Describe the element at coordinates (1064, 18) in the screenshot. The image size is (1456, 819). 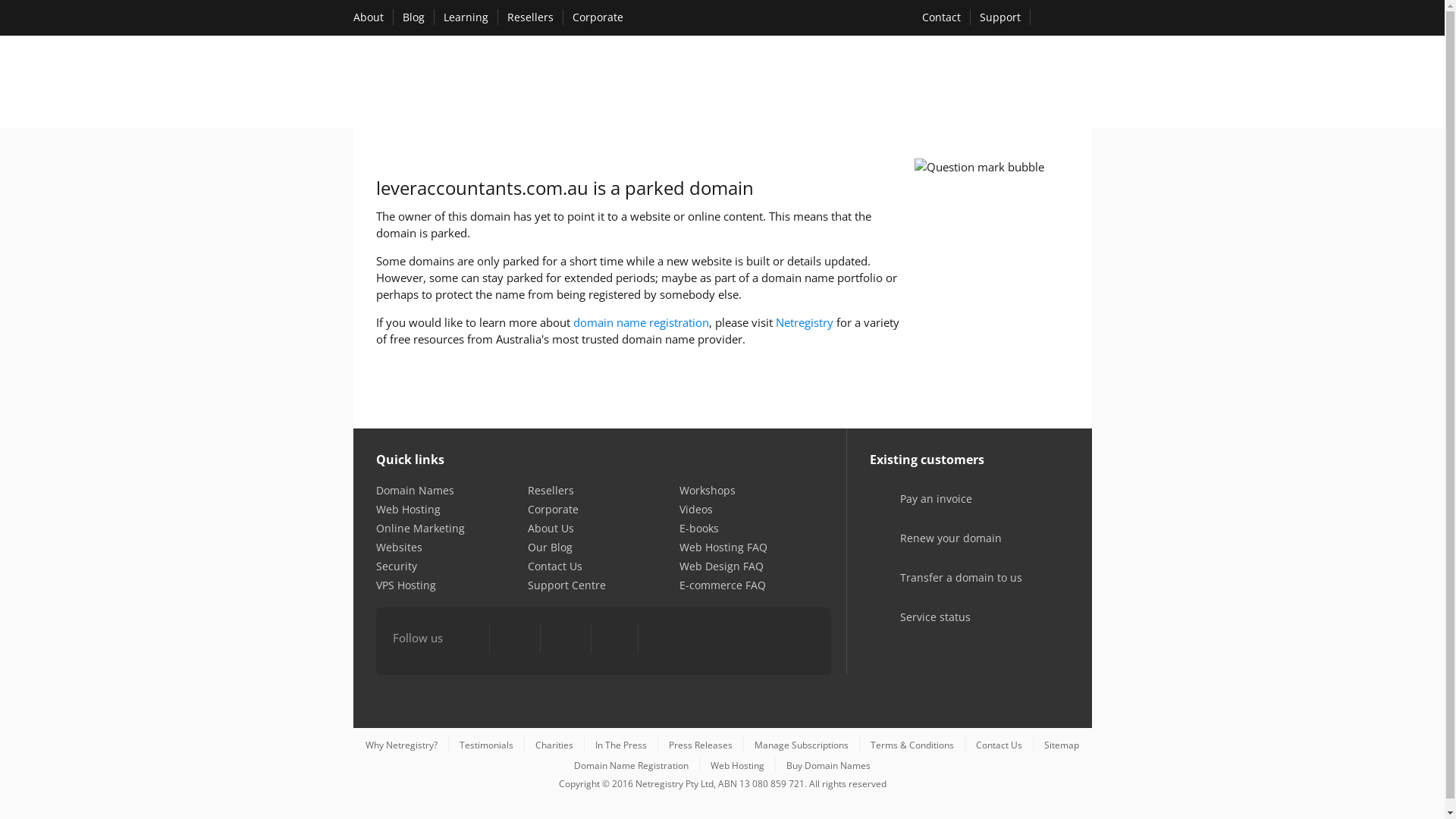
I see `'Login'` at that location.